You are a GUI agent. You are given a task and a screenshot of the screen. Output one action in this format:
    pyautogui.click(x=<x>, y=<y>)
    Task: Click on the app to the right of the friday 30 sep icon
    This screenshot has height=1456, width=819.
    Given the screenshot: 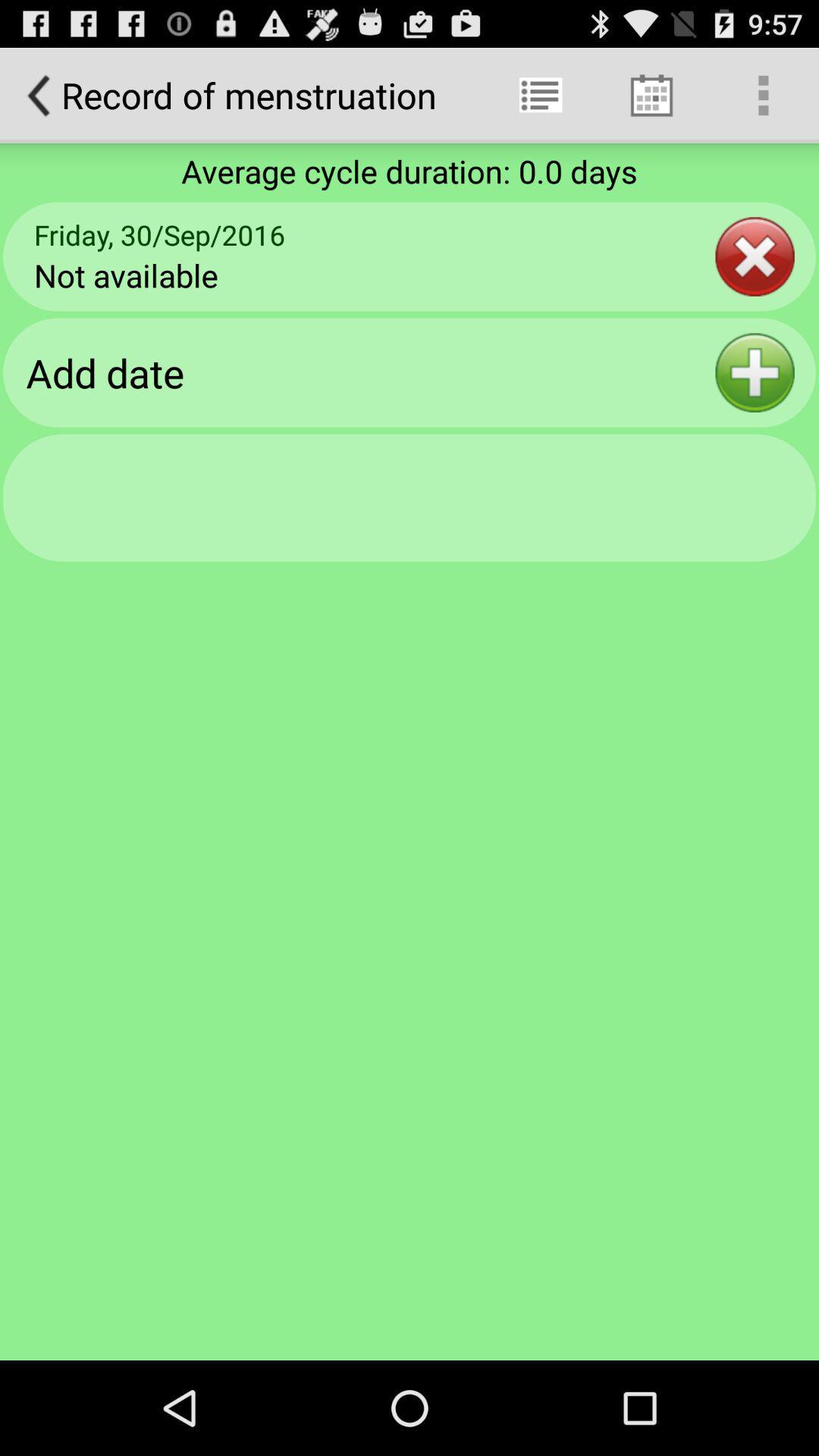 What is the action you would take?
    pyautogui.click(x=755, y=256)
    